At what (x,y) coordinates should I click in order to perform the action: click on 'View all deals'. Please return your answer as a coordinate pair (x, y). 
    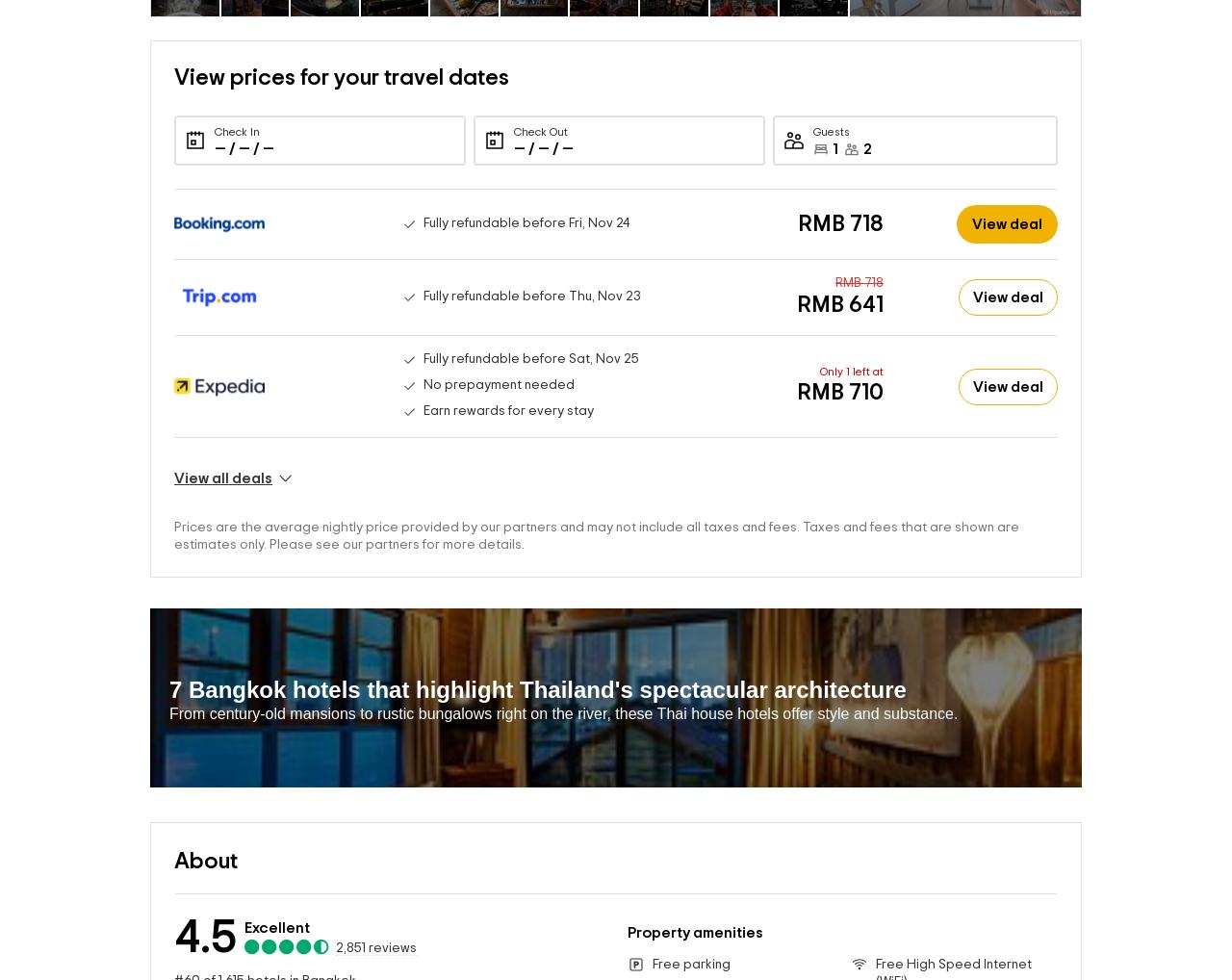
    Looking at the image, I should click on (223, 448).